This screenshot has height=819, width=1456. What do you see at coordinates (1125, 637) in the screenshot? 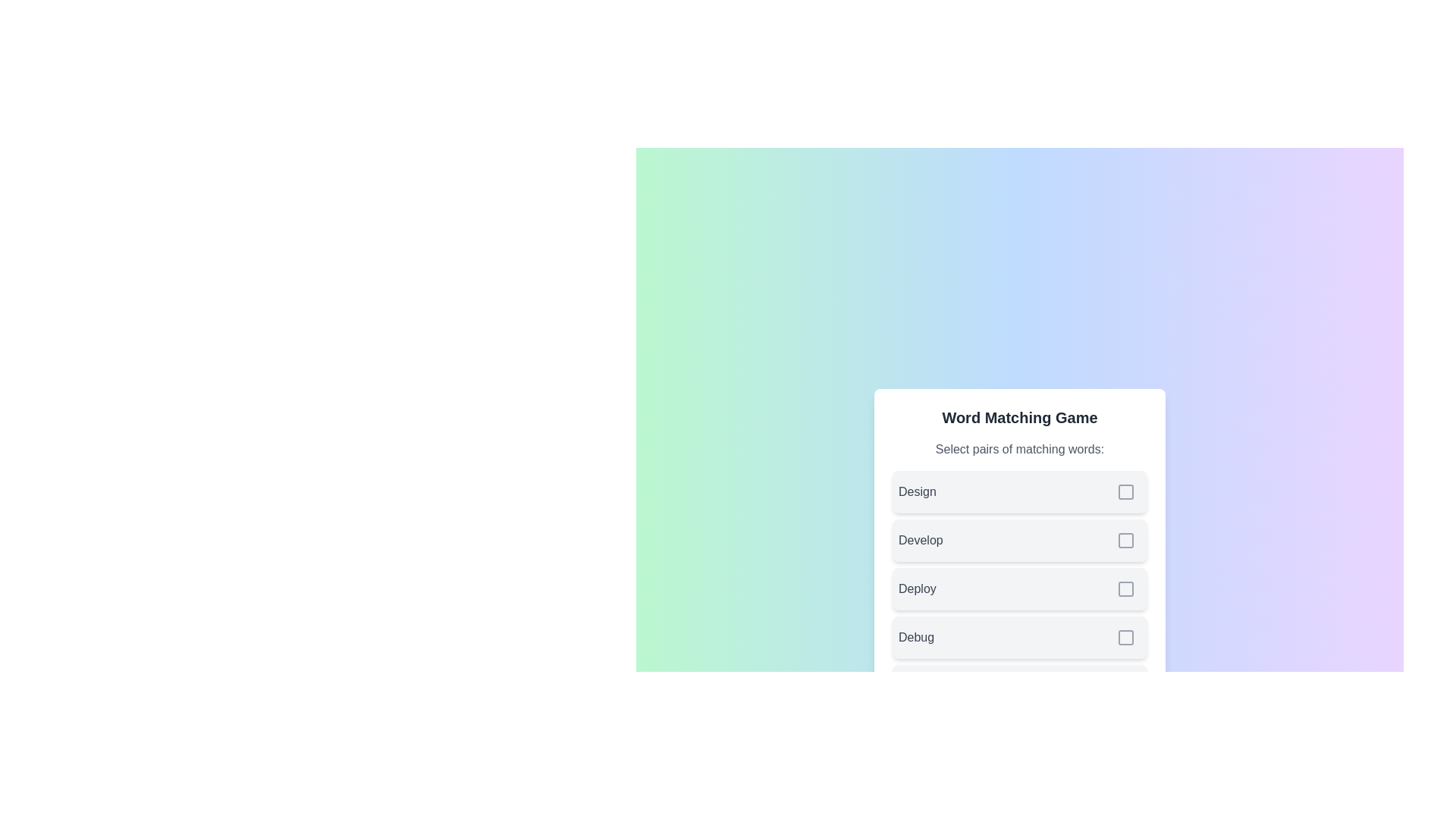
I see `the checkbox corresponding to the word Debug` at bounding box center [1125, 637].